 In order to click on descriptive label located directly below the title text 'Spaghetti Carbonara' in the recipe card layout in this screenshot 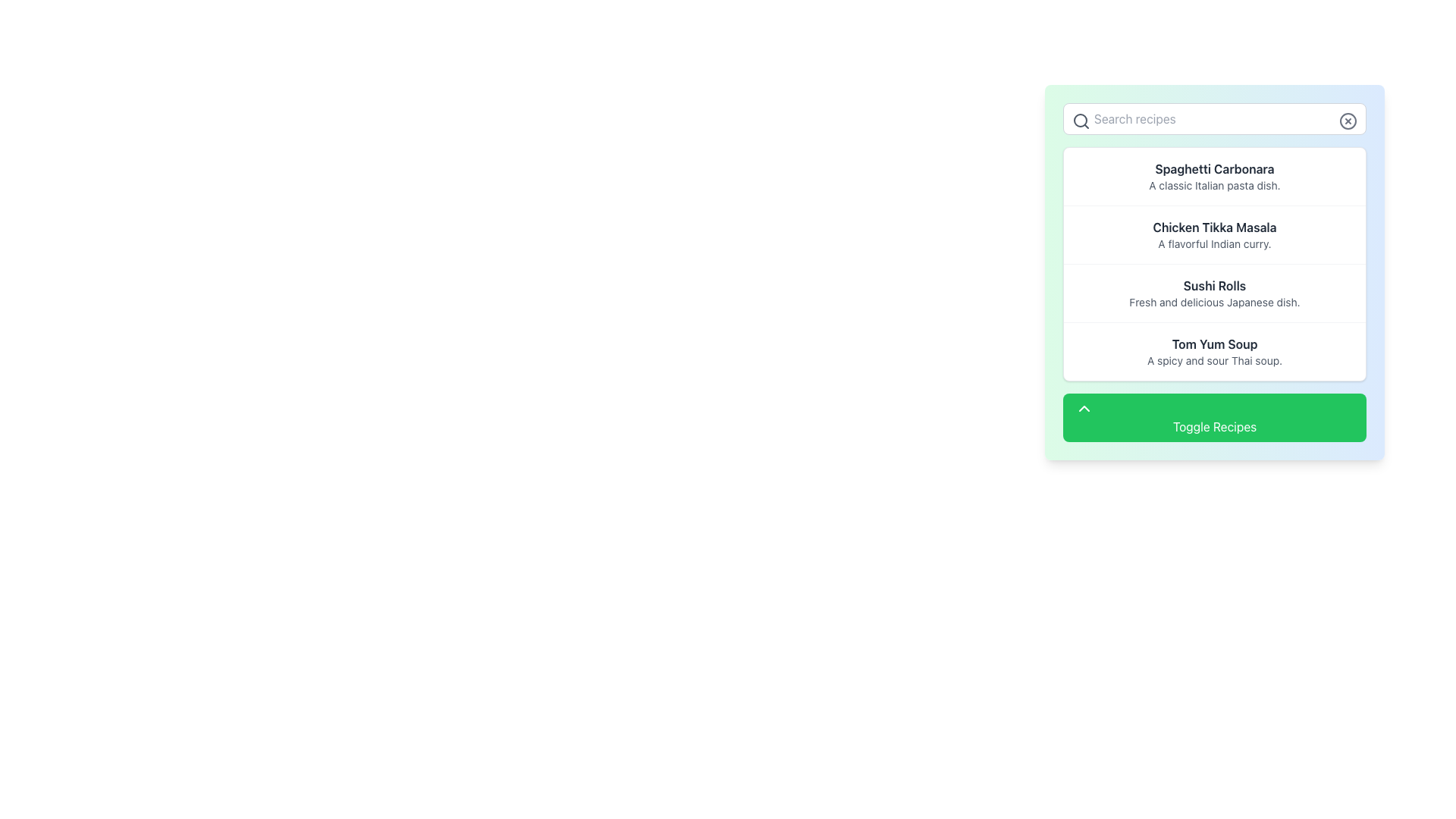, I will do `click(1215, 185)`.